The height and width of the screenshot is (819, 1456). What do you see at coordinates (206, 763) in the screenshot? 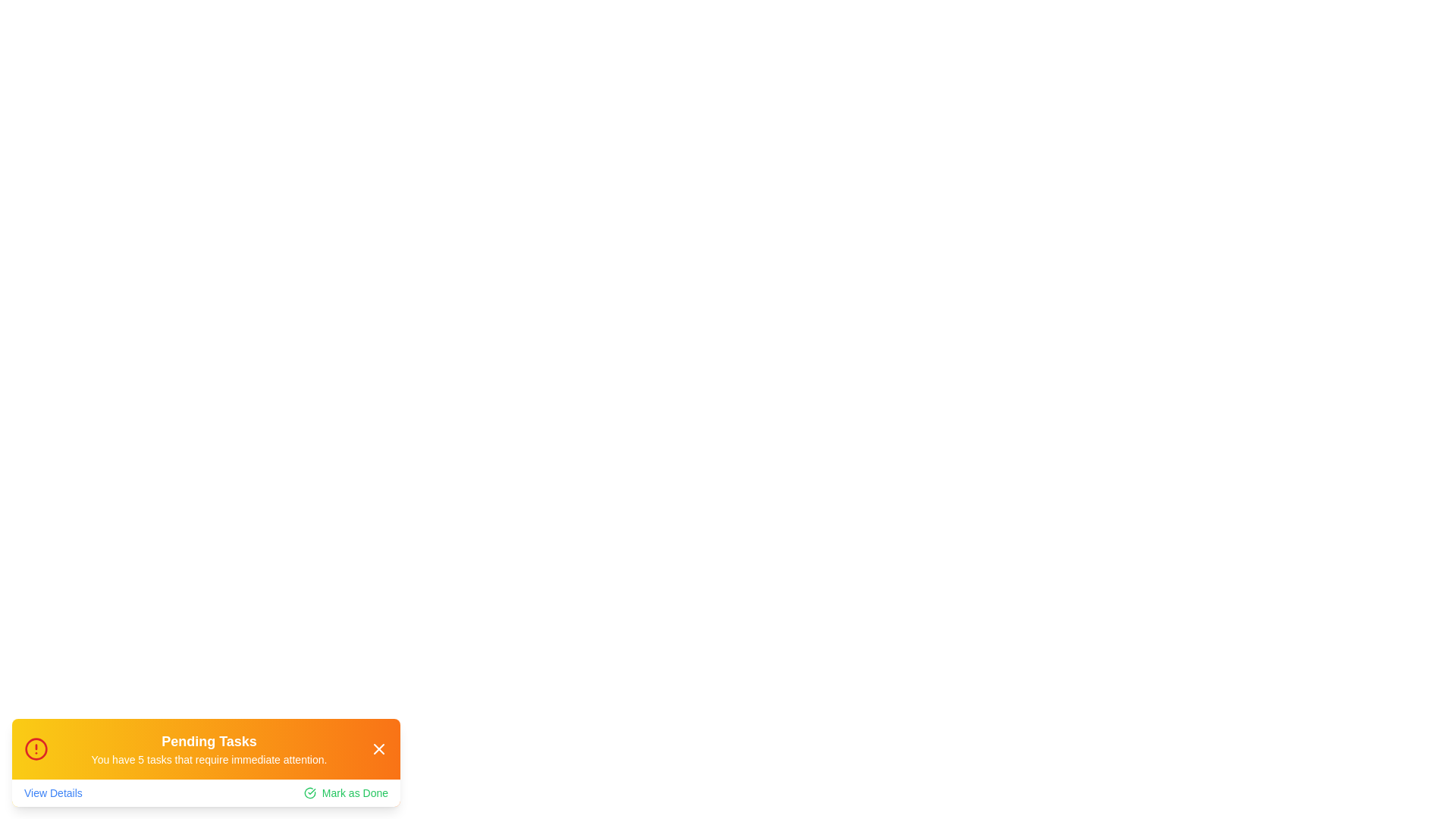
I see `the Pending Tasks Alert component` at bounding box center [206, 763].